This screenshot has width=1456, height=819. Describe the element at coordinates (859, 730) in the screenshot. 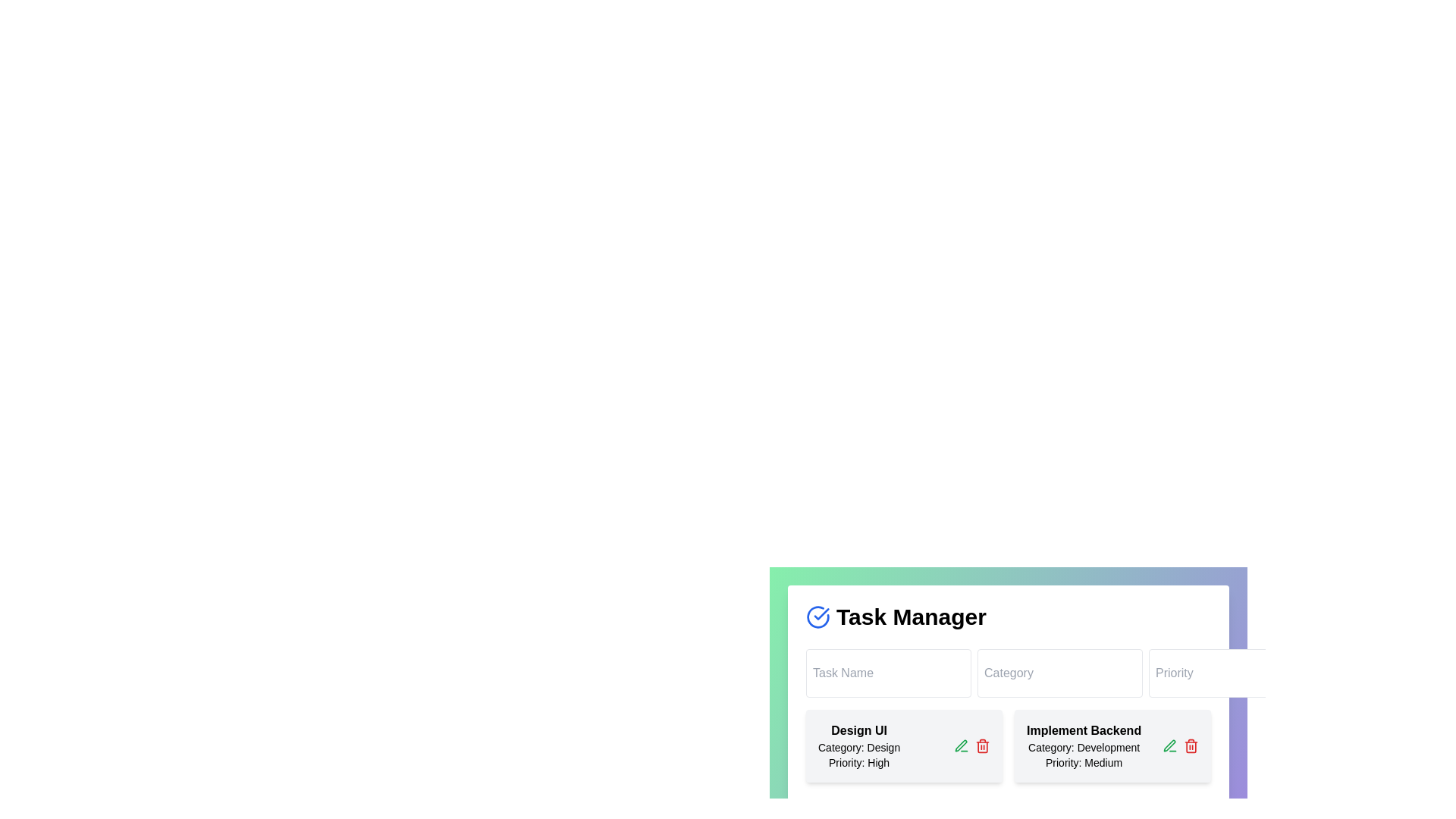

I see `the static text label 'Design UI' located at the top-left corner of the task card in the Task Manager interface` at that location.